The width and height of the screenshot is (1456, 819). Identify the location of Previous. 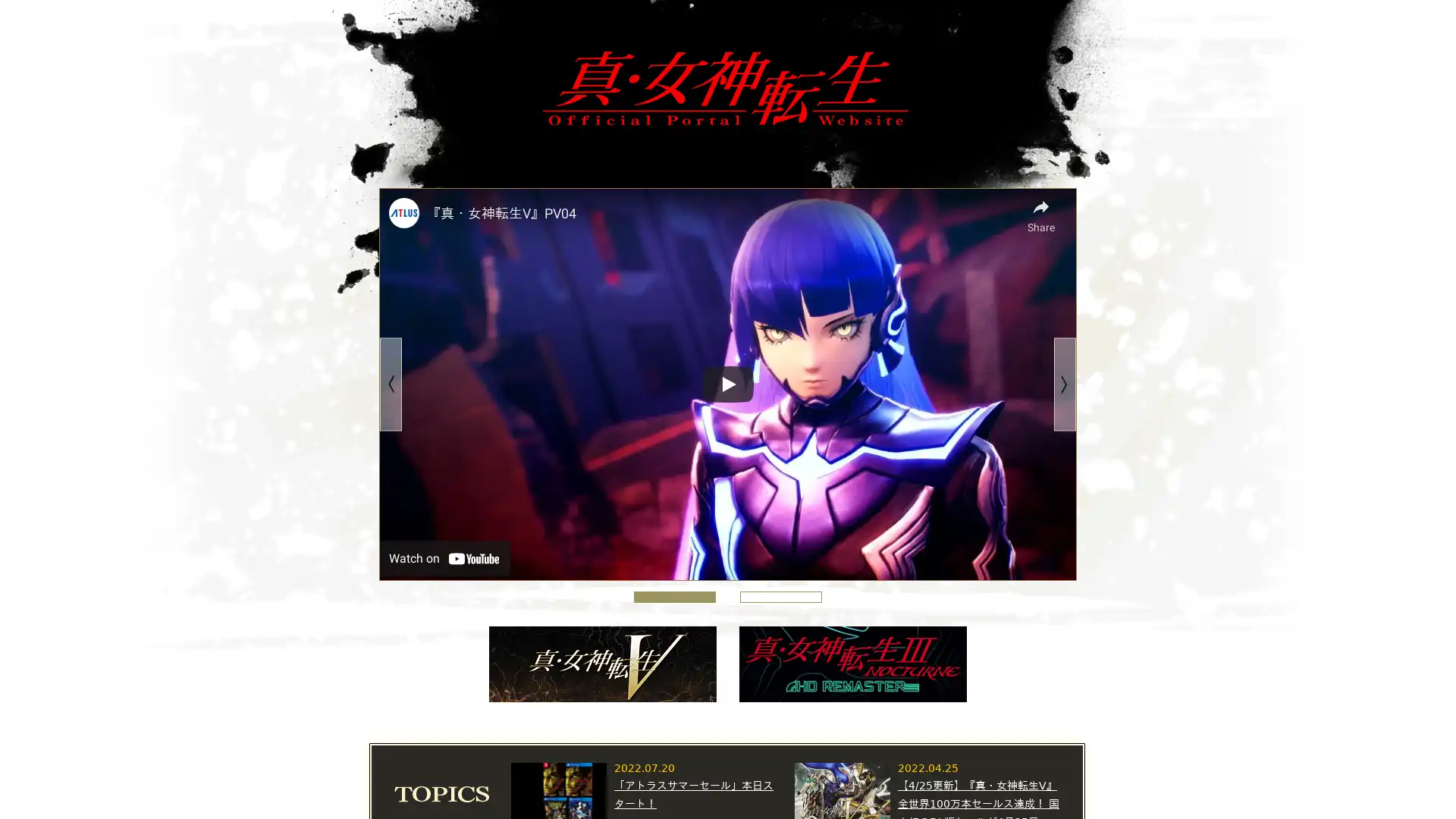
(391, 383).